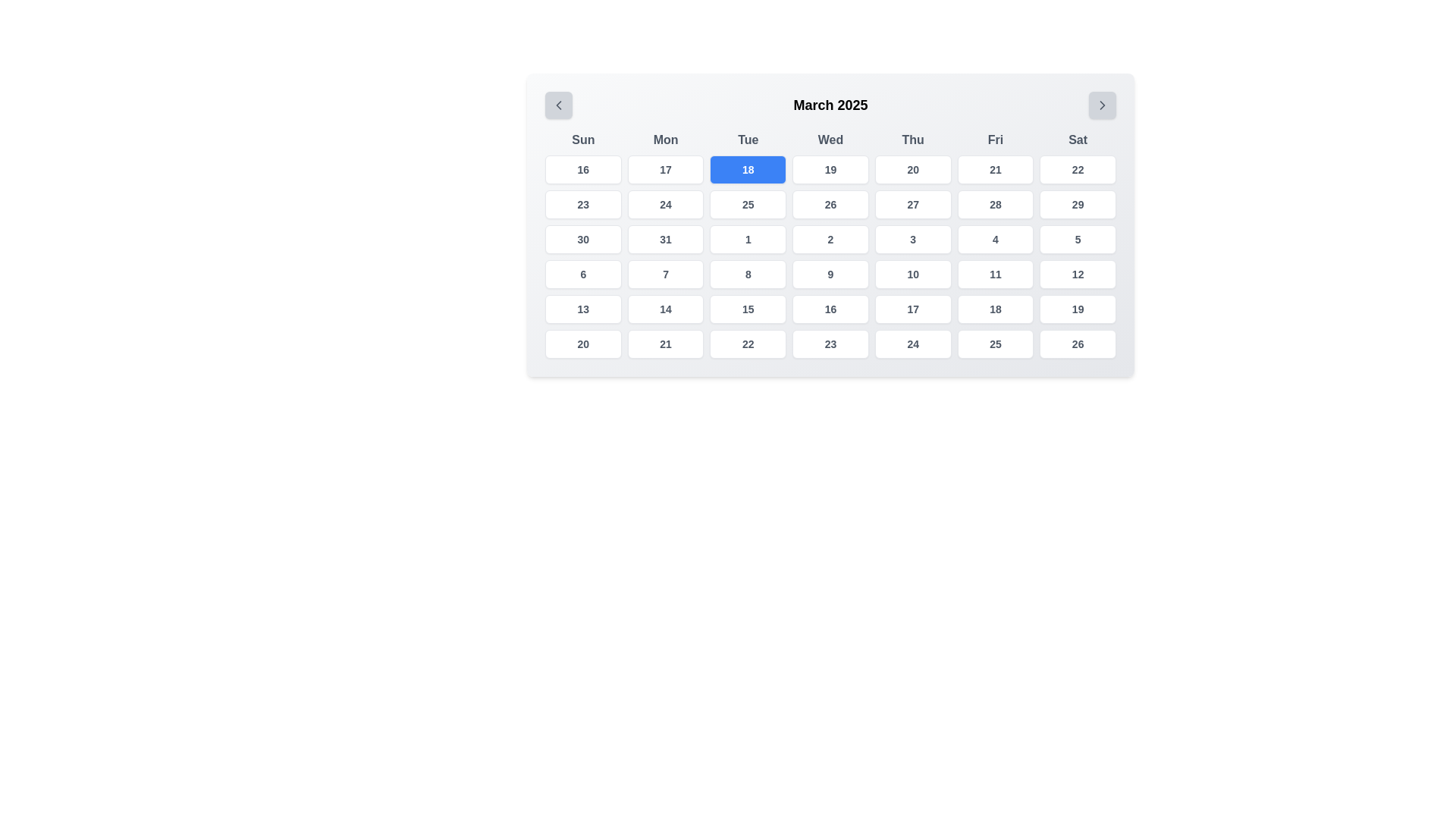 Image resolution: width=1456 pixels, height=819 pixels. I want to click on the rectangular button labeled '11' located, so click(995, 275).